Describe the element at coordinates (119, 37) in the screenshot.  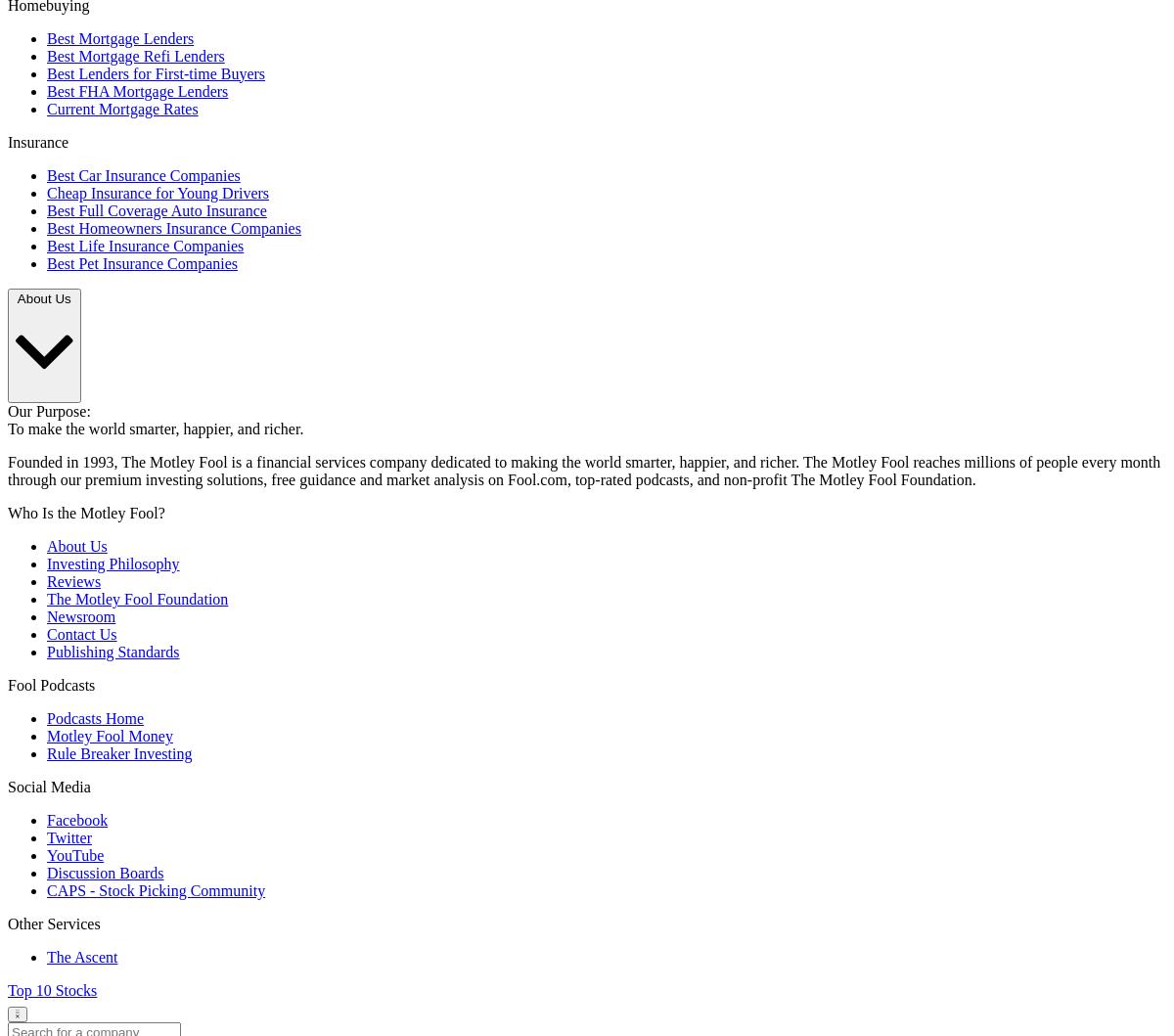
I see `'Best Mortgage Lenders'` at that location.